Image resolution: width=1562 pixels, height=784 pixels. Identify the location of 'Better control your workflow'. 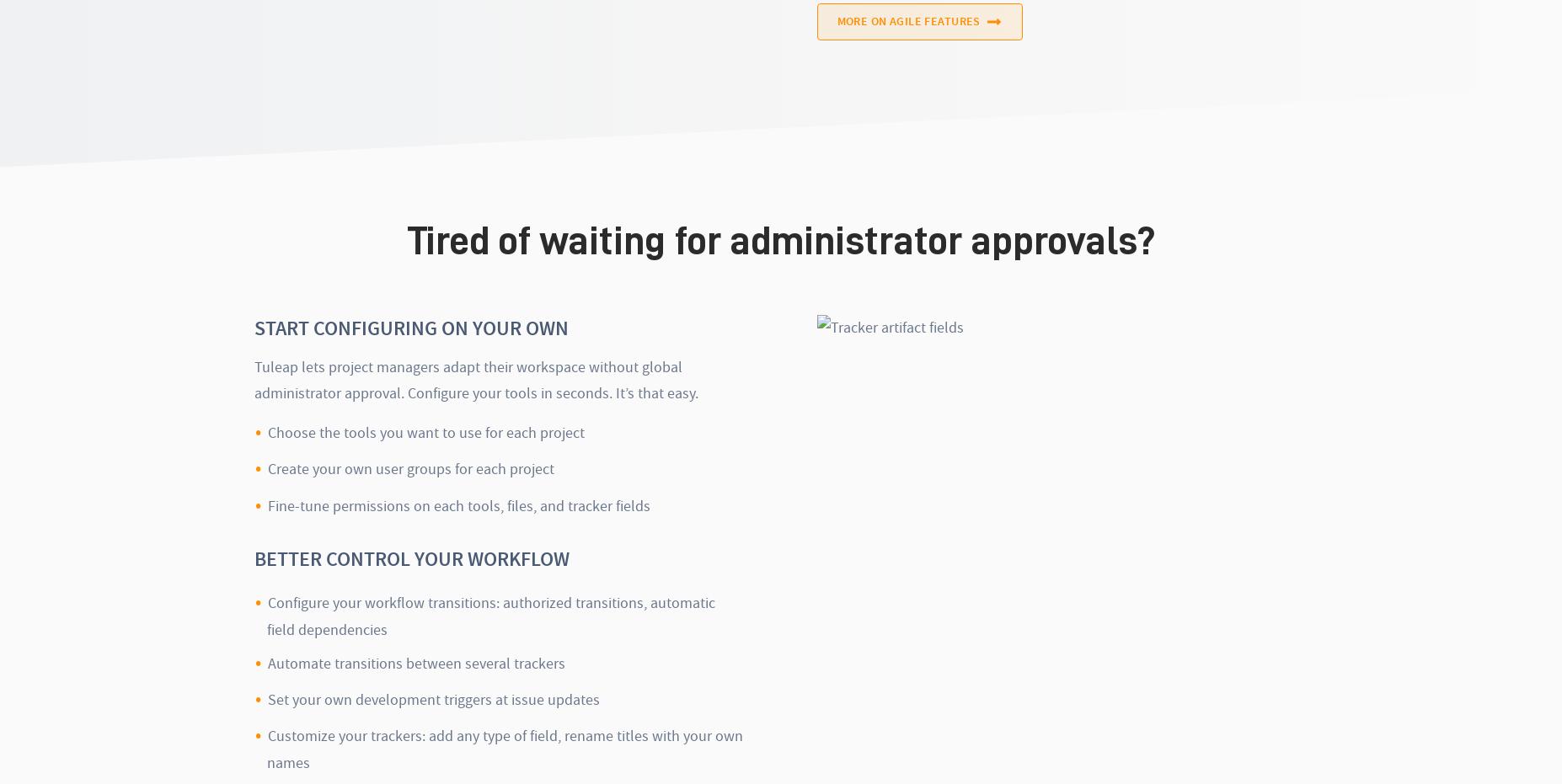
(412, 558).